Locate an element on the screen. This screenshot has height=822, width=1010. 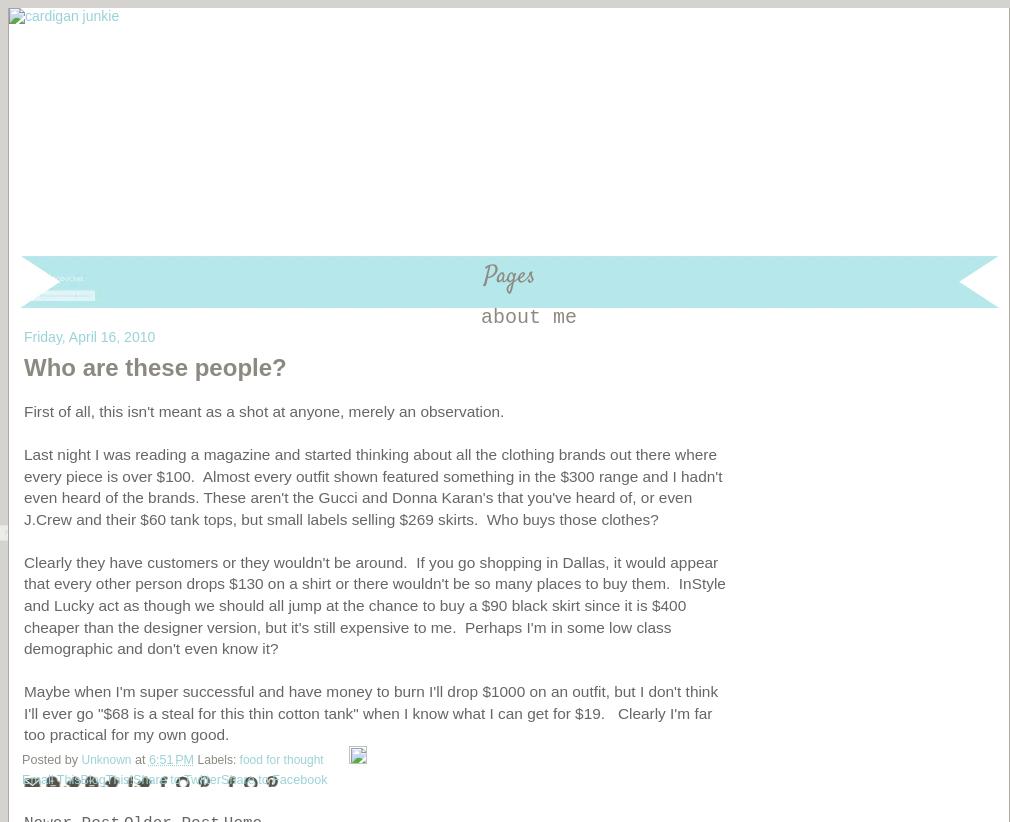
'Share to Facebook' is located at coordinates (274, 778).